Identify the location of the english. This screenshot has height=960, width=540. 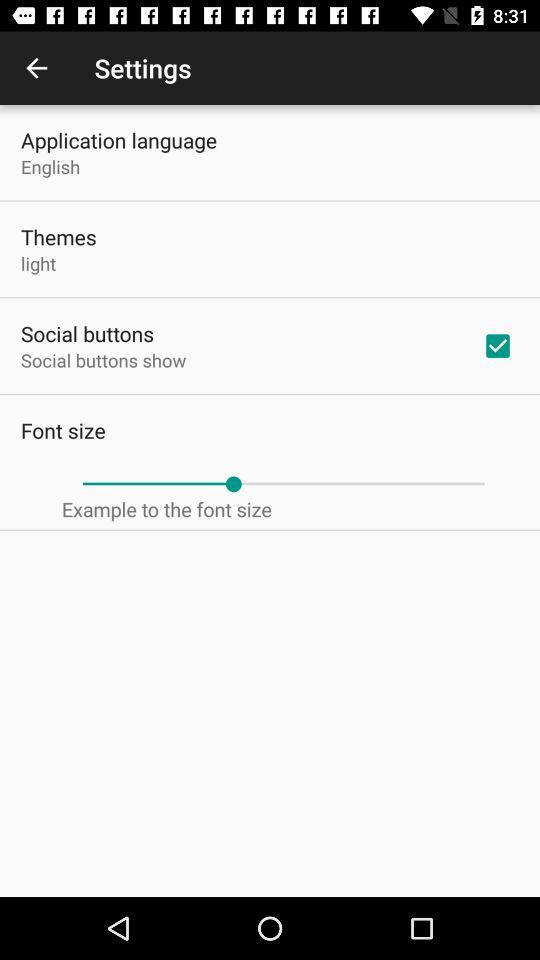
(50, 165).